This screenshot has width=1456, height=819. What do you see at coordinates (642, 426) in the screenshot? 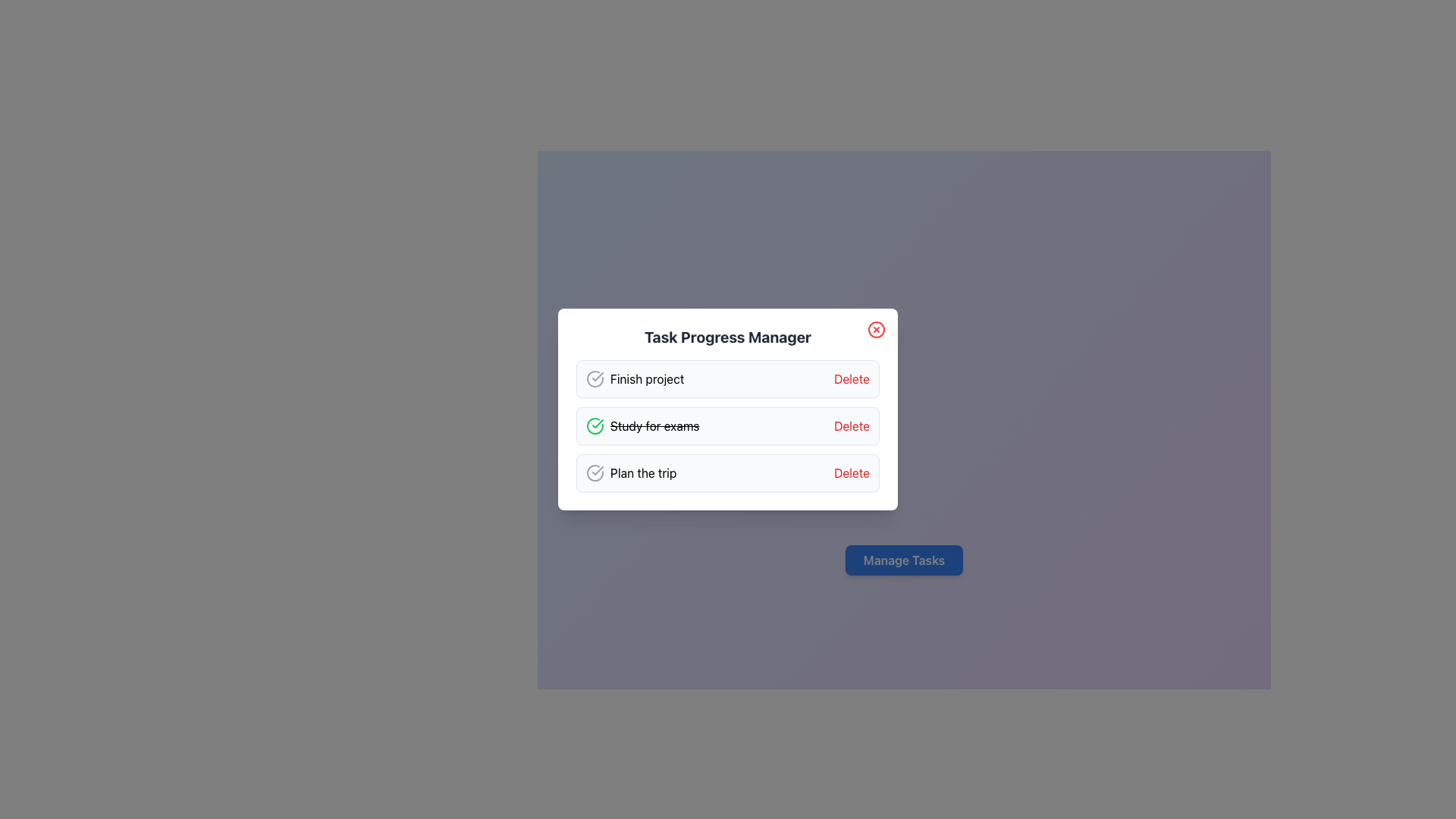
I see `text content of the completed task label displayed with a strikethrough style, located in the second row of the task management interface, between 'Finish project' and 'Plan the trip'` at bounding box center [642, 426].